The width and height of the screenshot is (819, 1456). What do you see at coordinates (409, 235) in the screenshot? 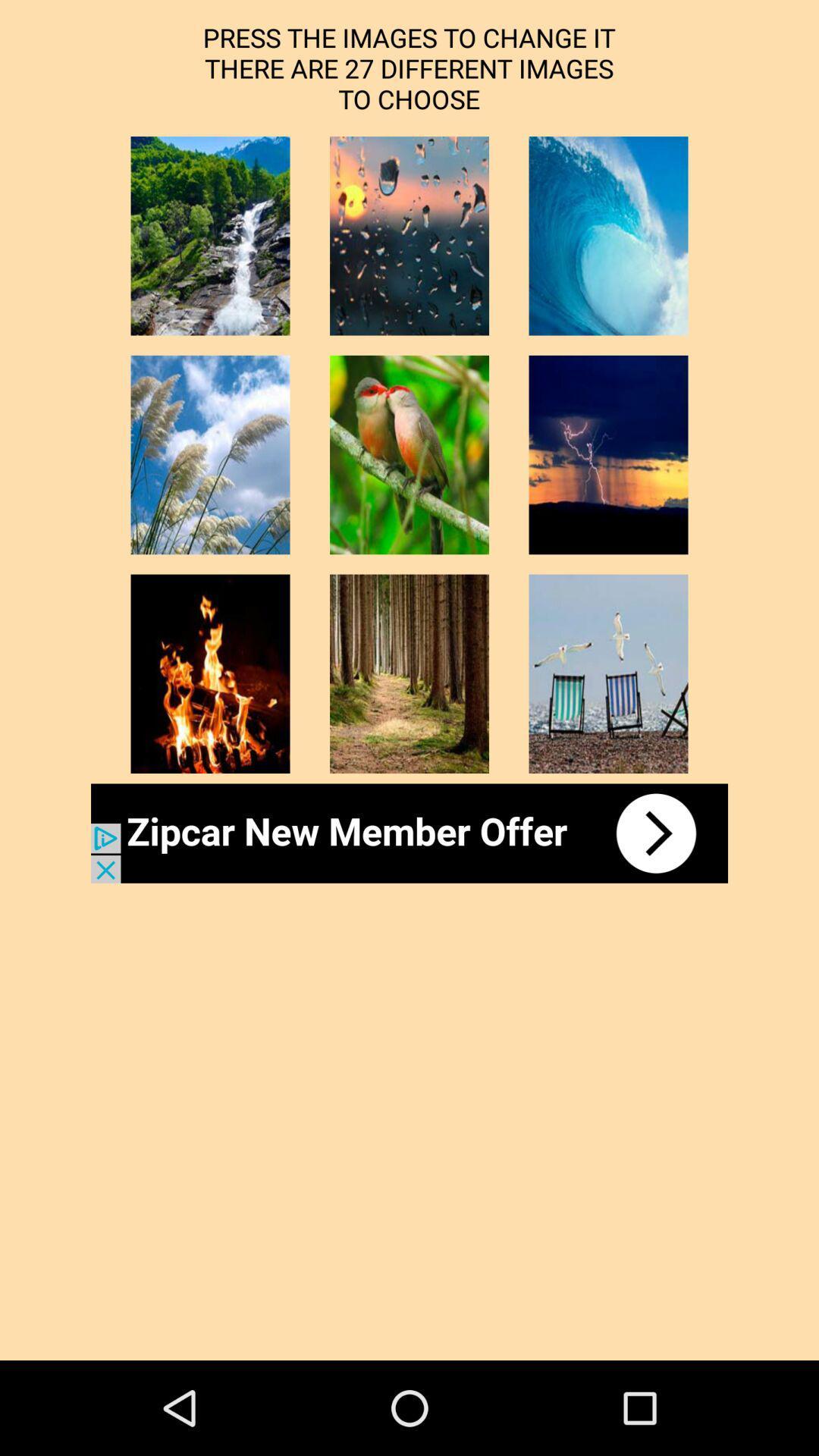
I see `change image` at bounding box center [409, 235].